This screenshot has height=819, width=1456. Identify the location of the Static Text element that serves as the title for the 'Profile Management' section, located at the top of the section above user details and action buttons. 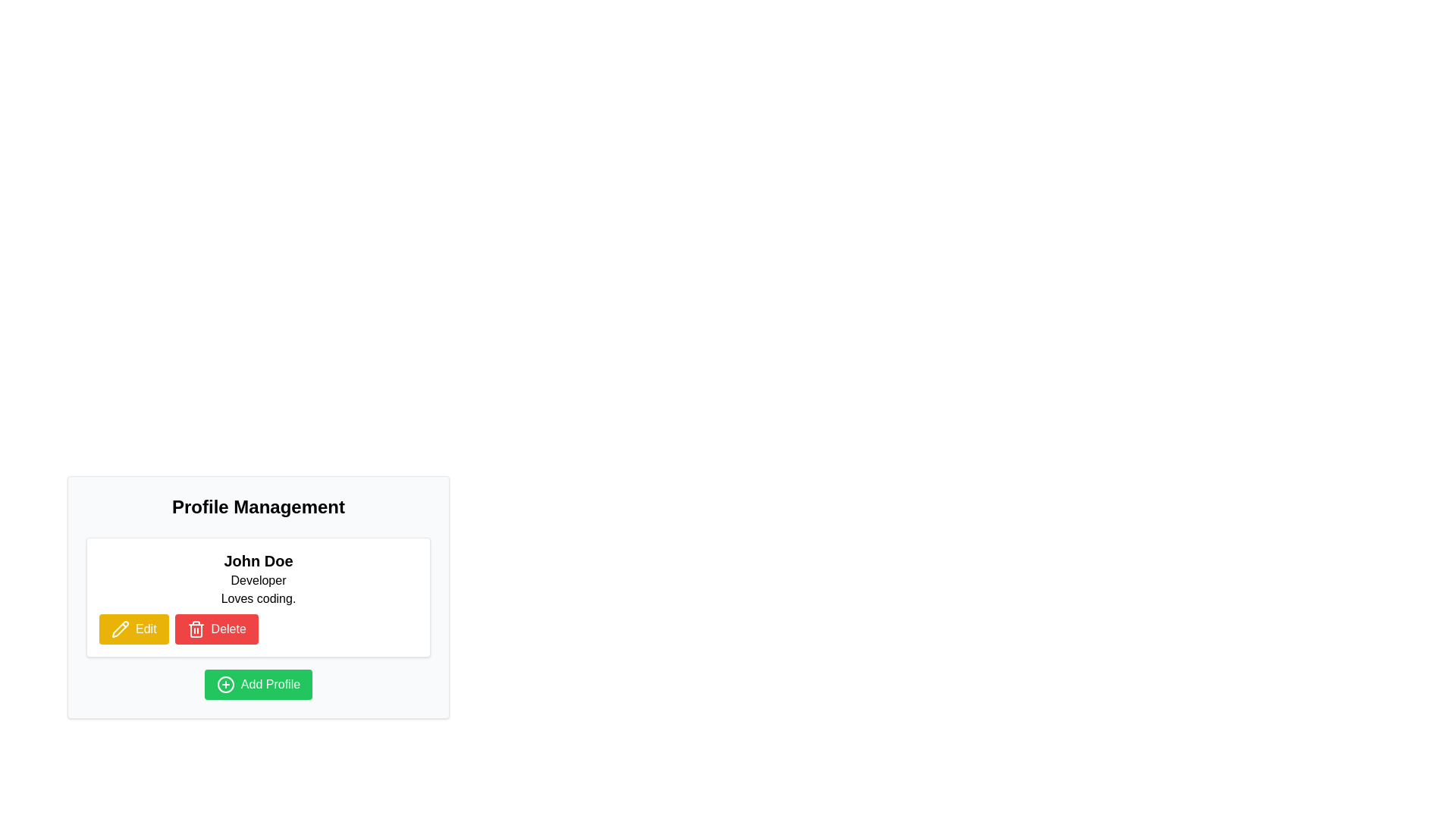
(258, 507).